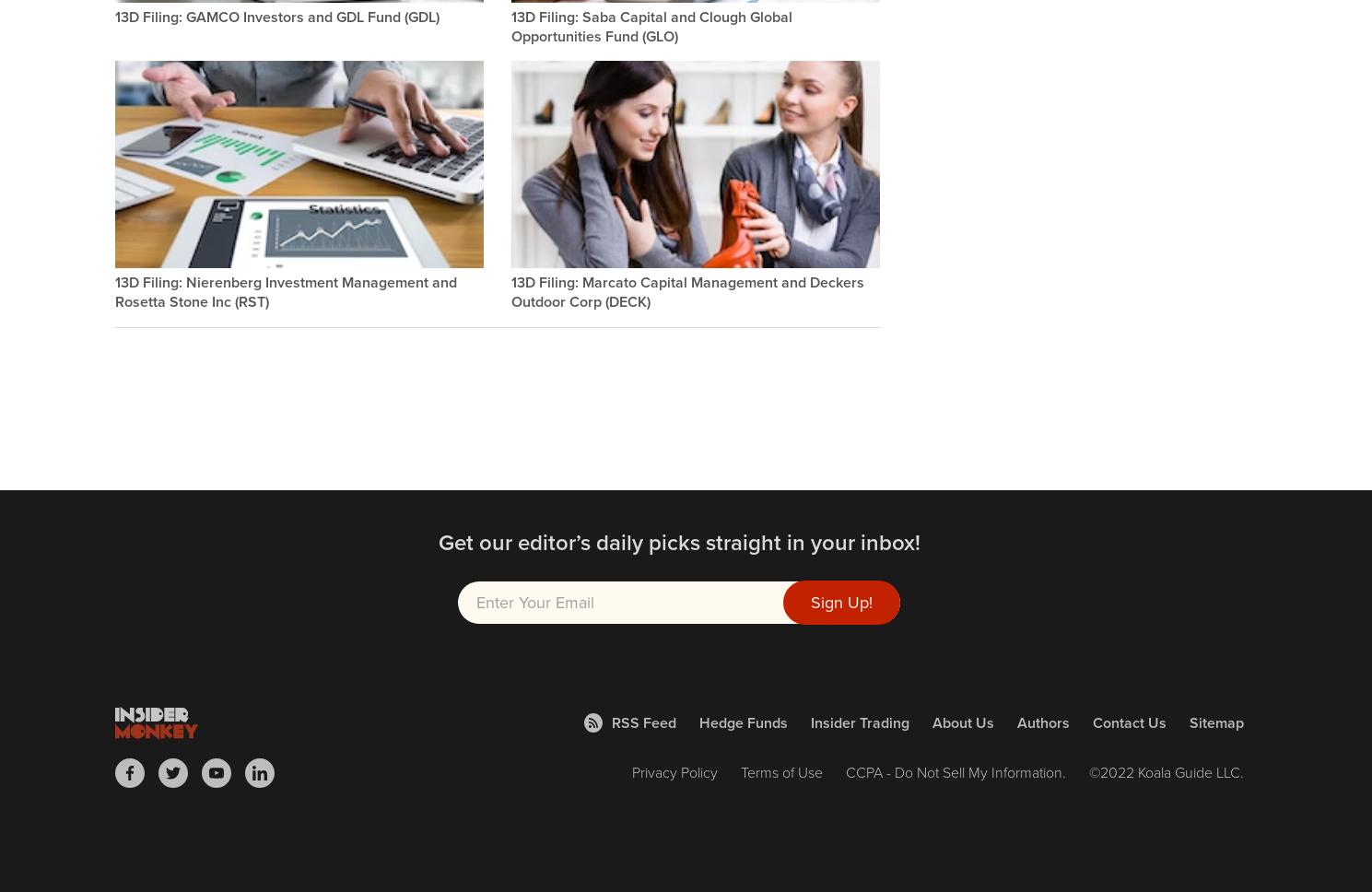  Describe the element at coordinates (1128, 721) in the screenshot. I see `'Contact Us'` at that location.